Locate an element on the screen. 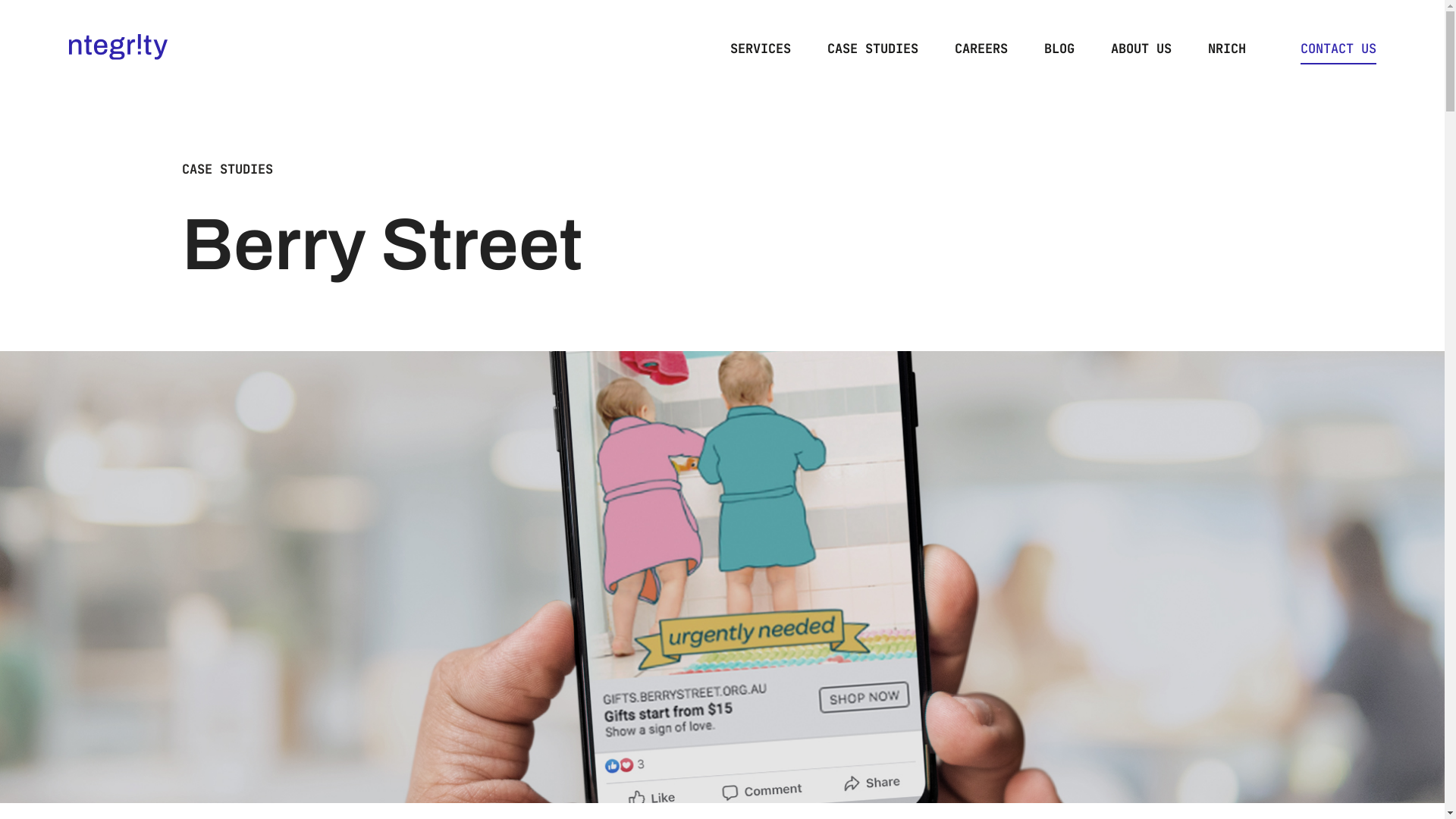 This screenshot has height=819, width=1456. 'BLOG' is located at coordinates (1058, 48).